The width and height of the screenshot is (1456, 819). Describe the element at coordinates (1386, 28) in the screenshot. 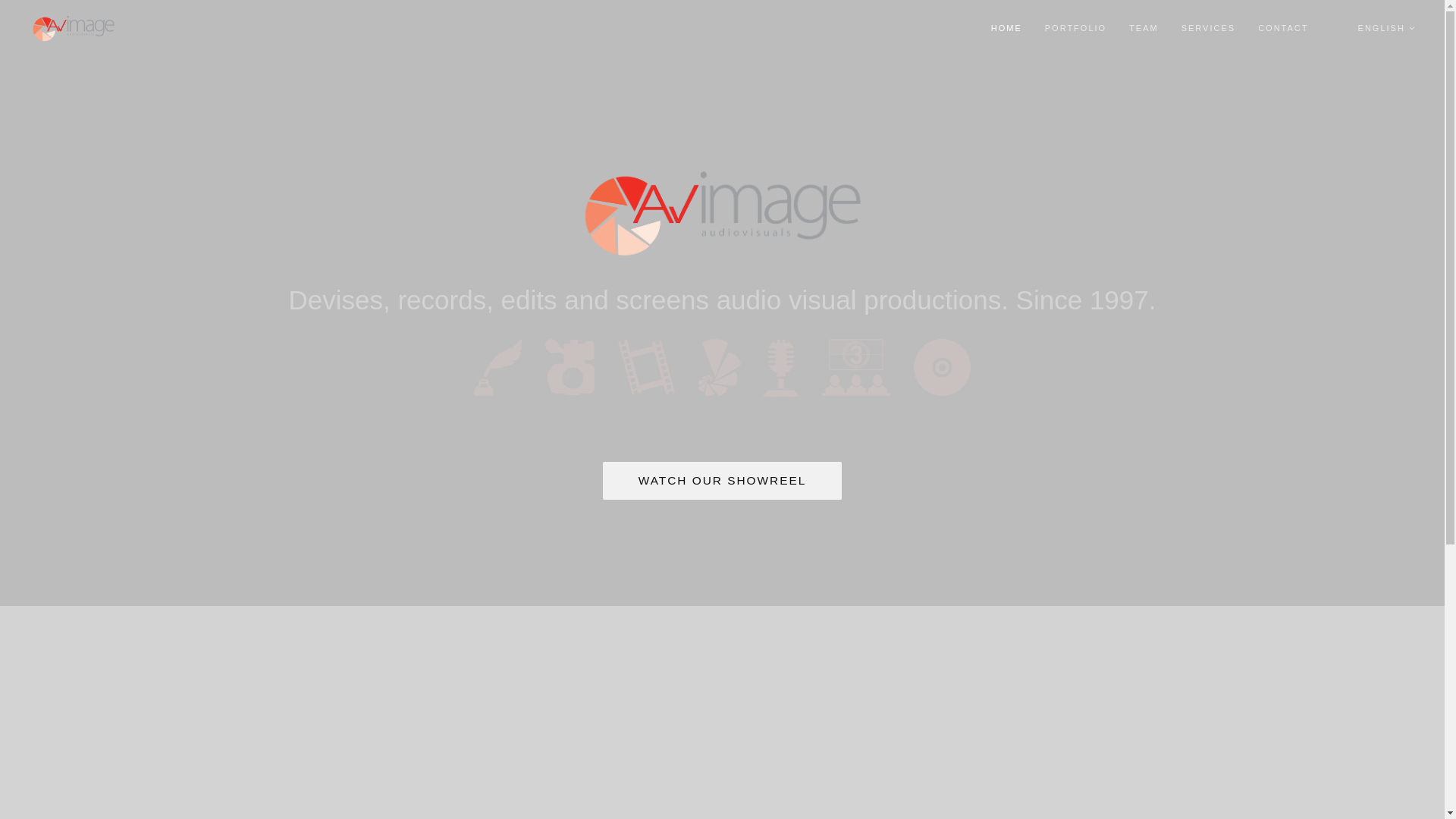

I see `'ENGLISH'` at that location.